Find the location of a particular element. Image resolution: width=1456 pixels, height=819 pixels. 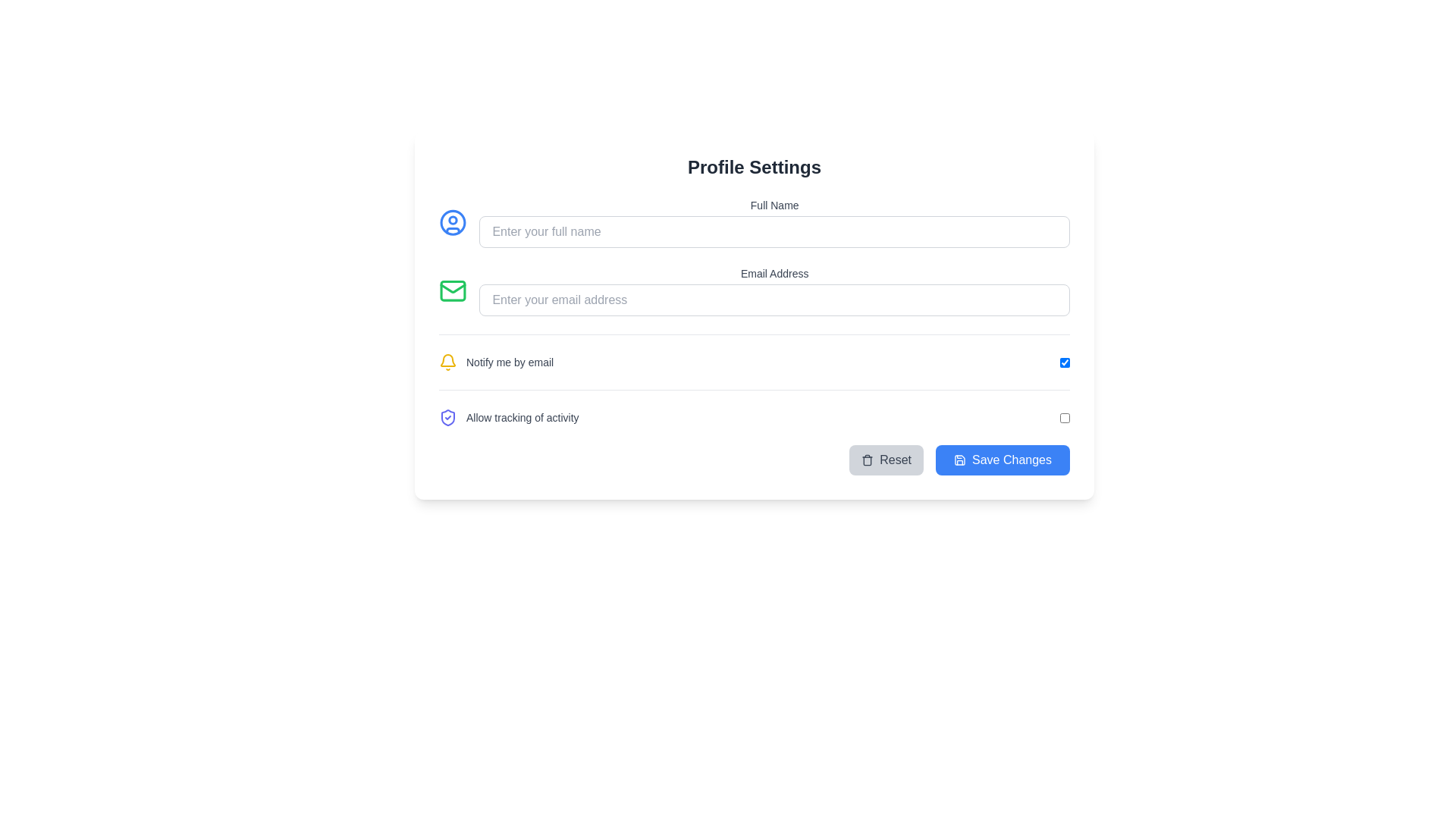

the Email Input Field, which is the second input field group below the 'Full Name' input field, to focus on it is located at coordinates (754, 291).